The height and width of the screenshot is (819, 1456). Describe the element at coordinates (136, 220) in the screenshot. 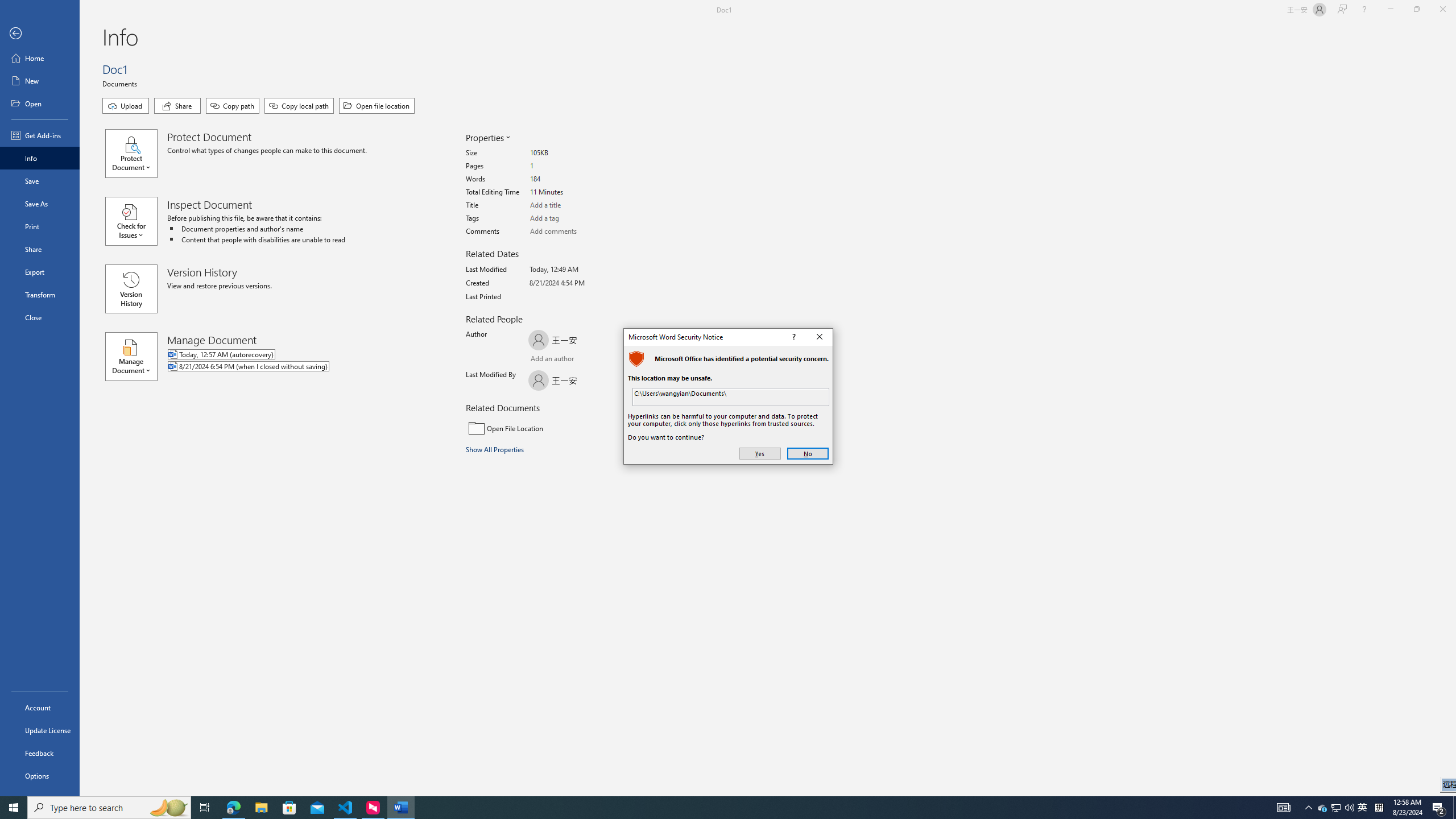

I see `'Check for Issues'` at that location.